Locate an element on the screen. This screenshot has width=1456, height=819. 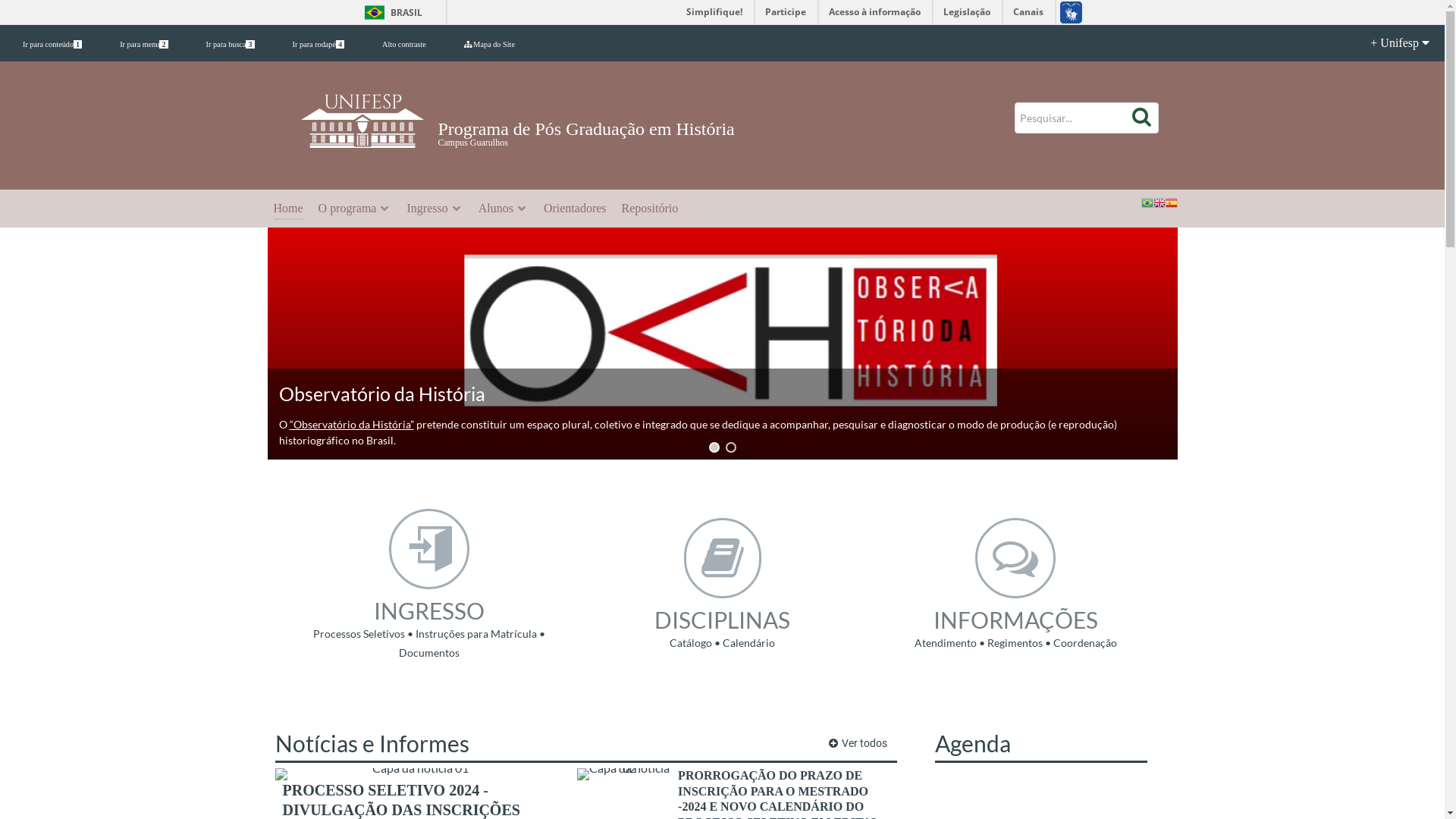
'Alto contraste' is located at coordinates (403, 43).